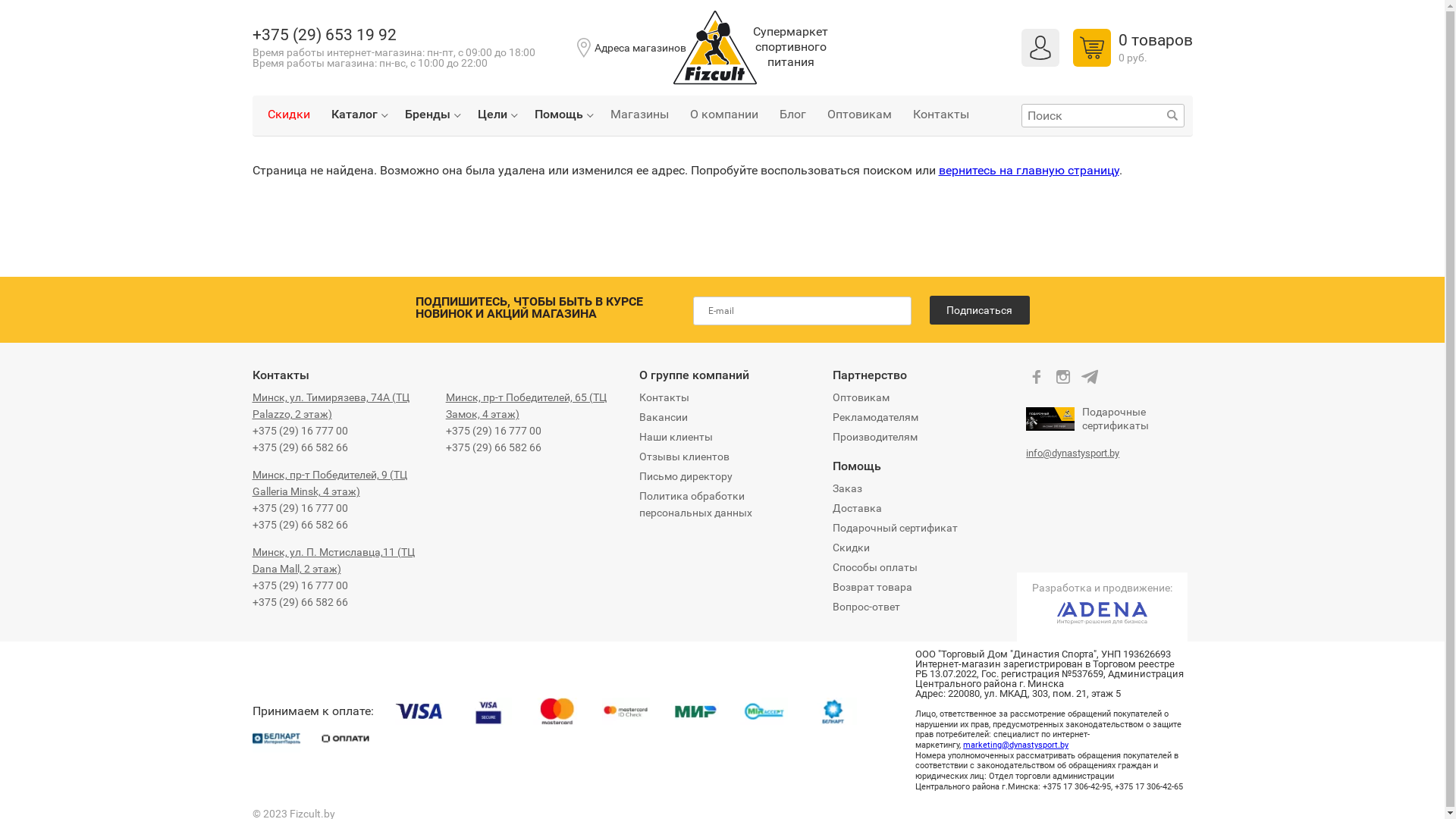 The height and width of the screenshot is (819, 1456). Describe the element at coordinates (494, 430) in the screenshot. I see `'+375 (29) 16 777 00'` at that location.